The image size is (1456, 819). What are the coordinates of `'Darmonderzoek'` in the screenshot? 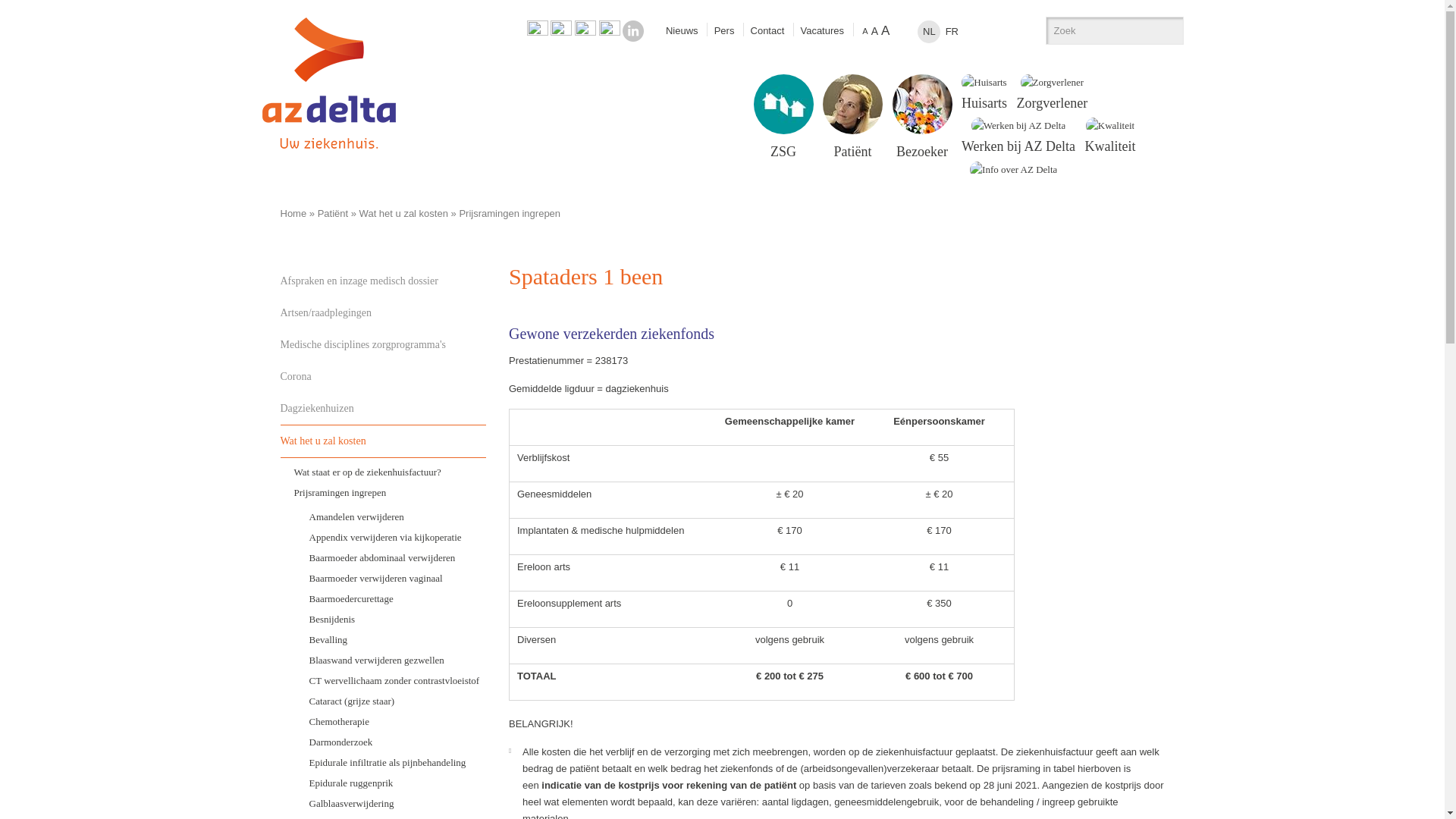 It's located at (391, 740).